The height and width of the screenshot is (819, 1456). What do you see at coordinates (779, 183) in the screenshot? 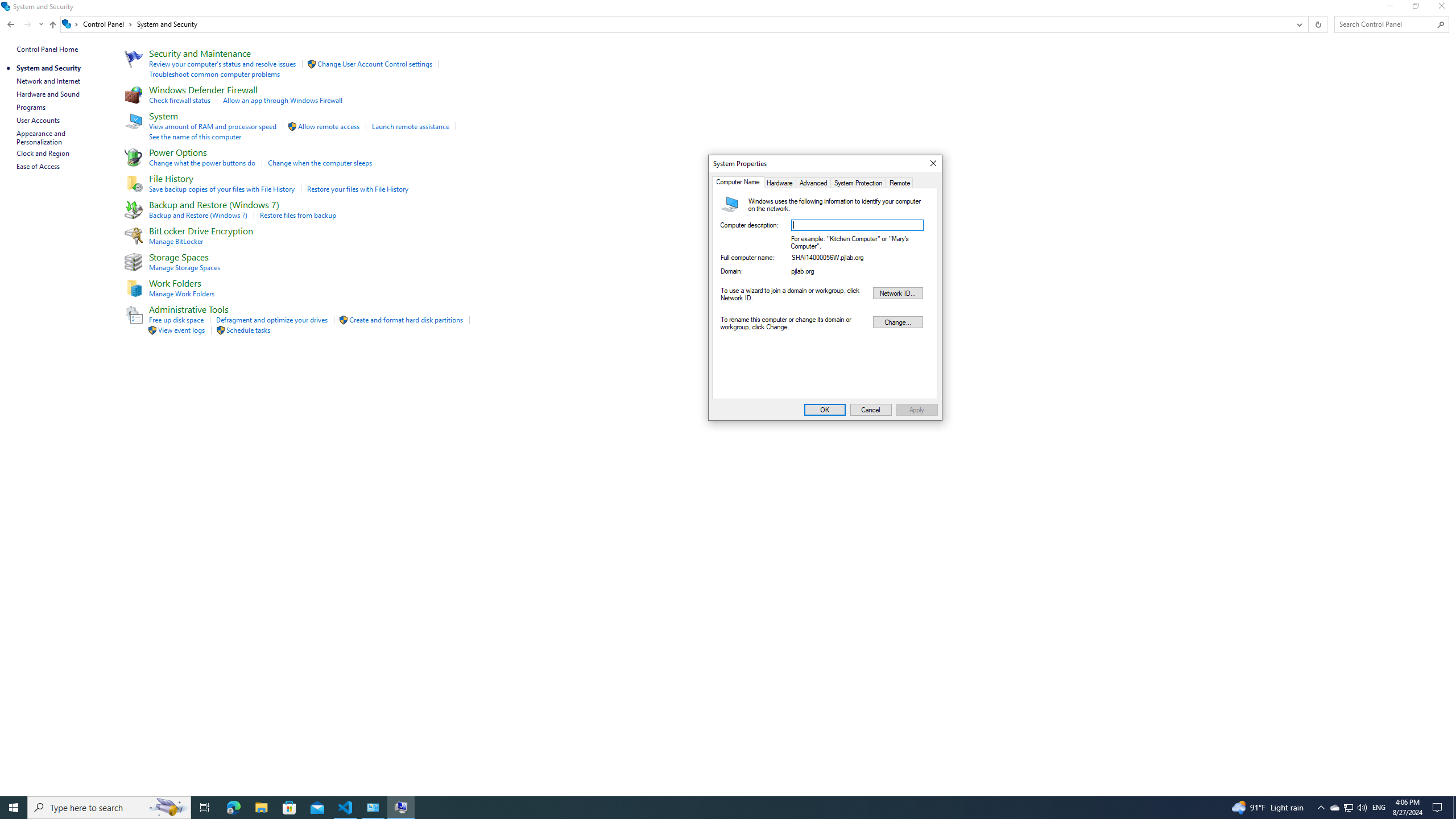
I see `'Hardware'` at bounding box center [779, 183].